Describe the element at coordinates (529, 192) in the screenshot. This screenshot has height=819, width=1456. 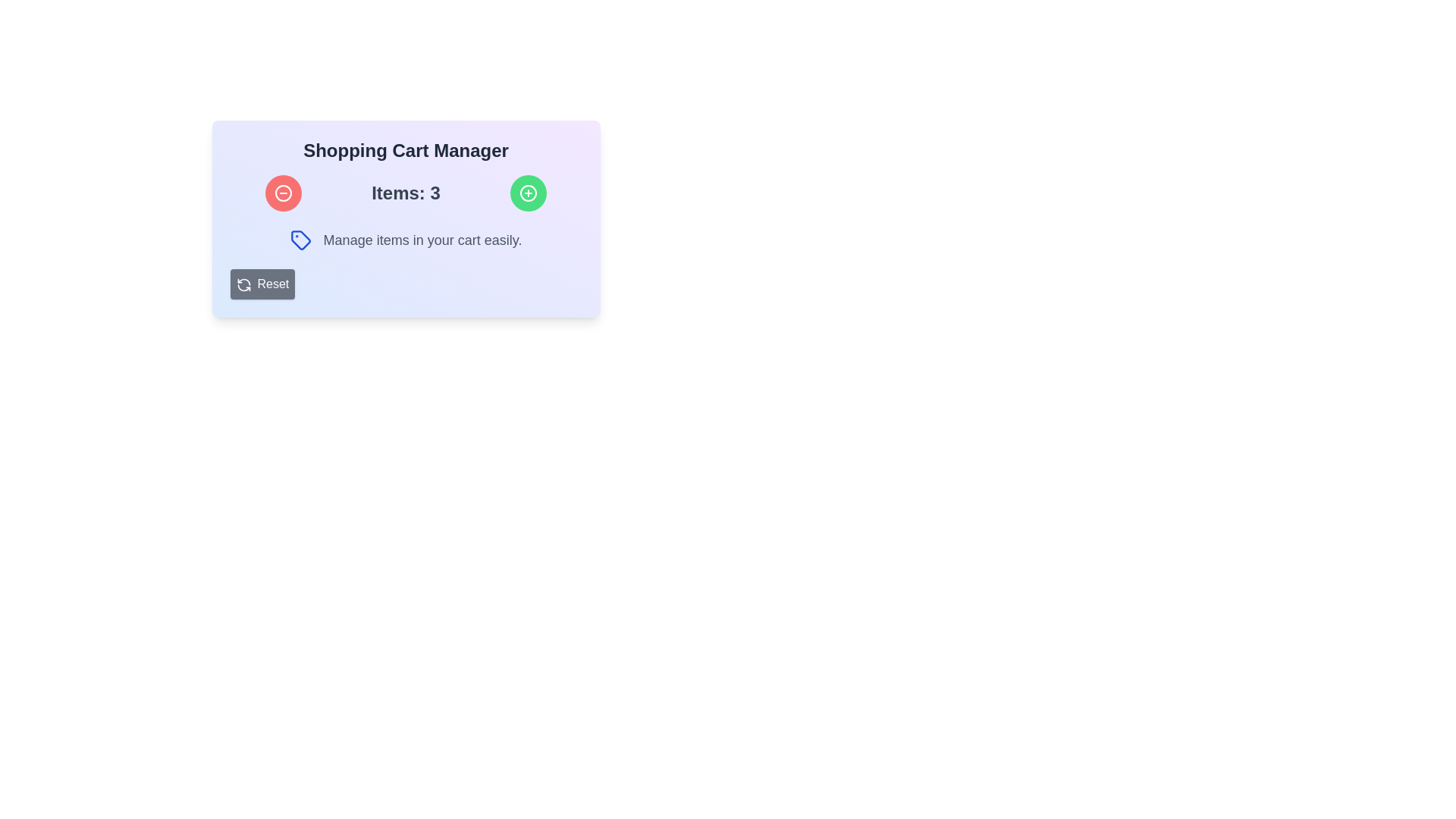
I see `the plus icon located at the top right of the main card under the 'Shopping Cart Manager' heading` at that location.